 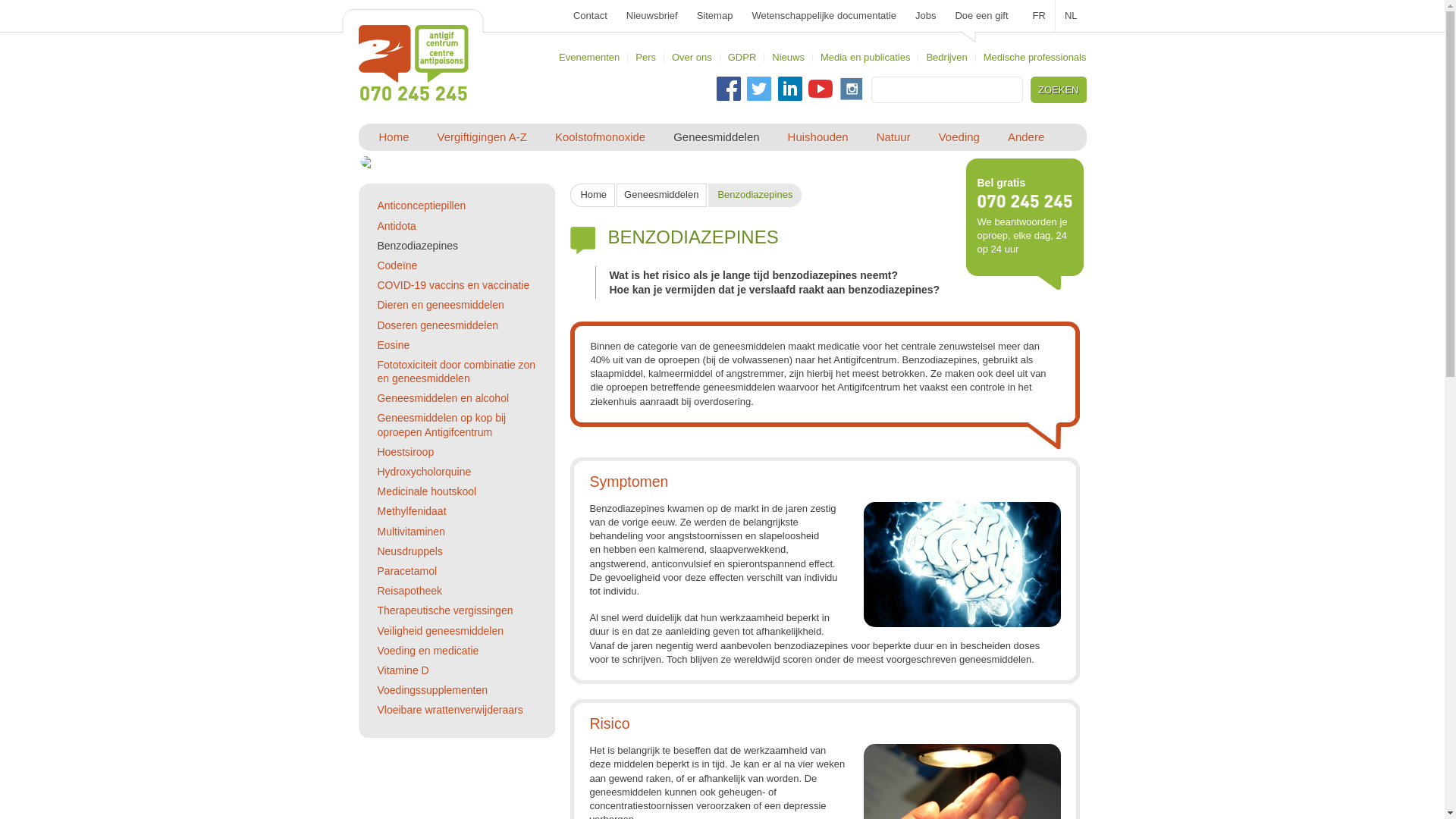 What do you see at coordinates (431, 690) in the screenshot?
I see `'Voedingssupplementen'` at bounding box center [431, 690].